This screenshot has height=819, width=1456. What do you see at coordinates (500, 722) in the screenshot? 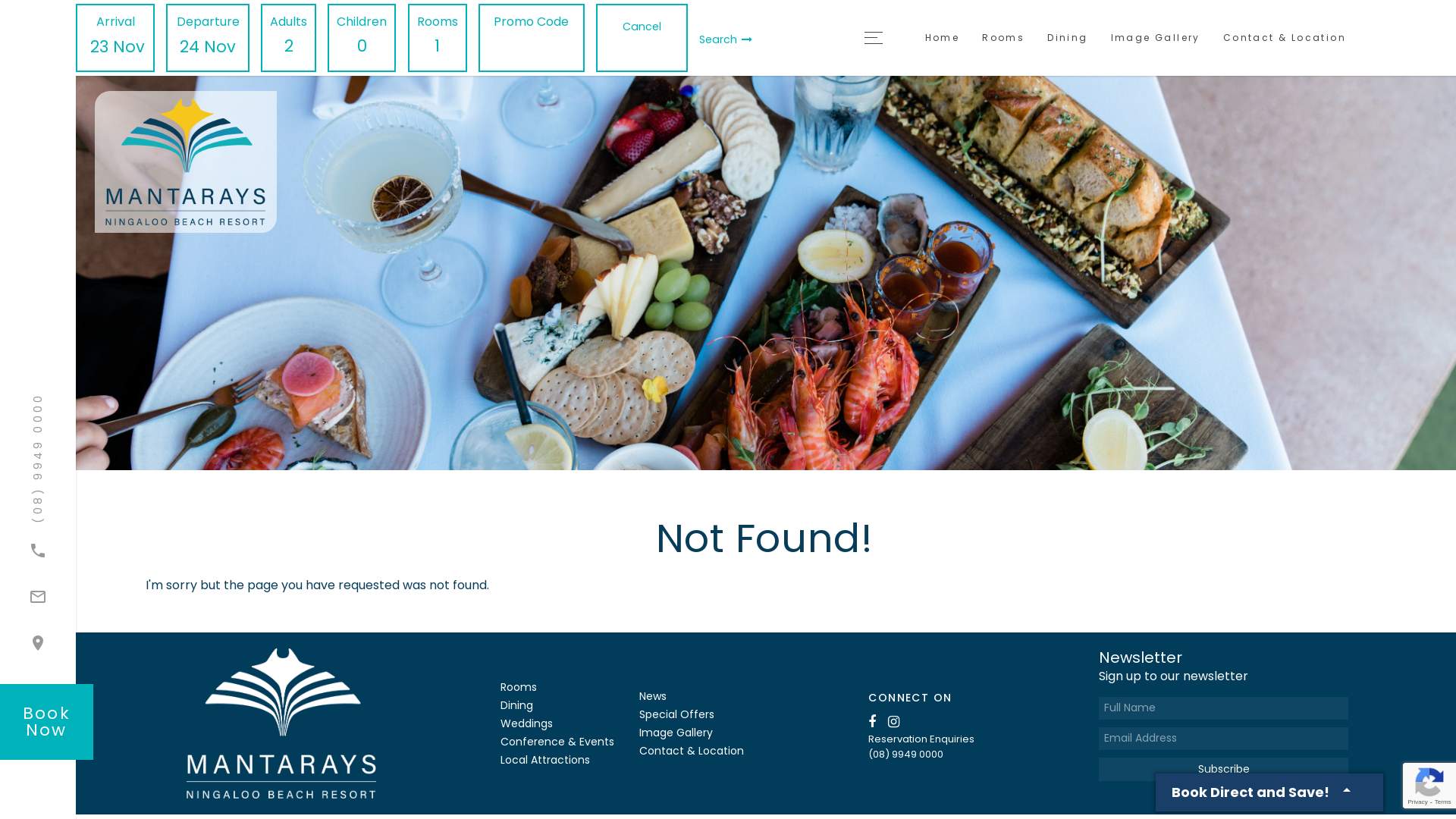
I see `'Weddings'` at bounding box center [500, 722].